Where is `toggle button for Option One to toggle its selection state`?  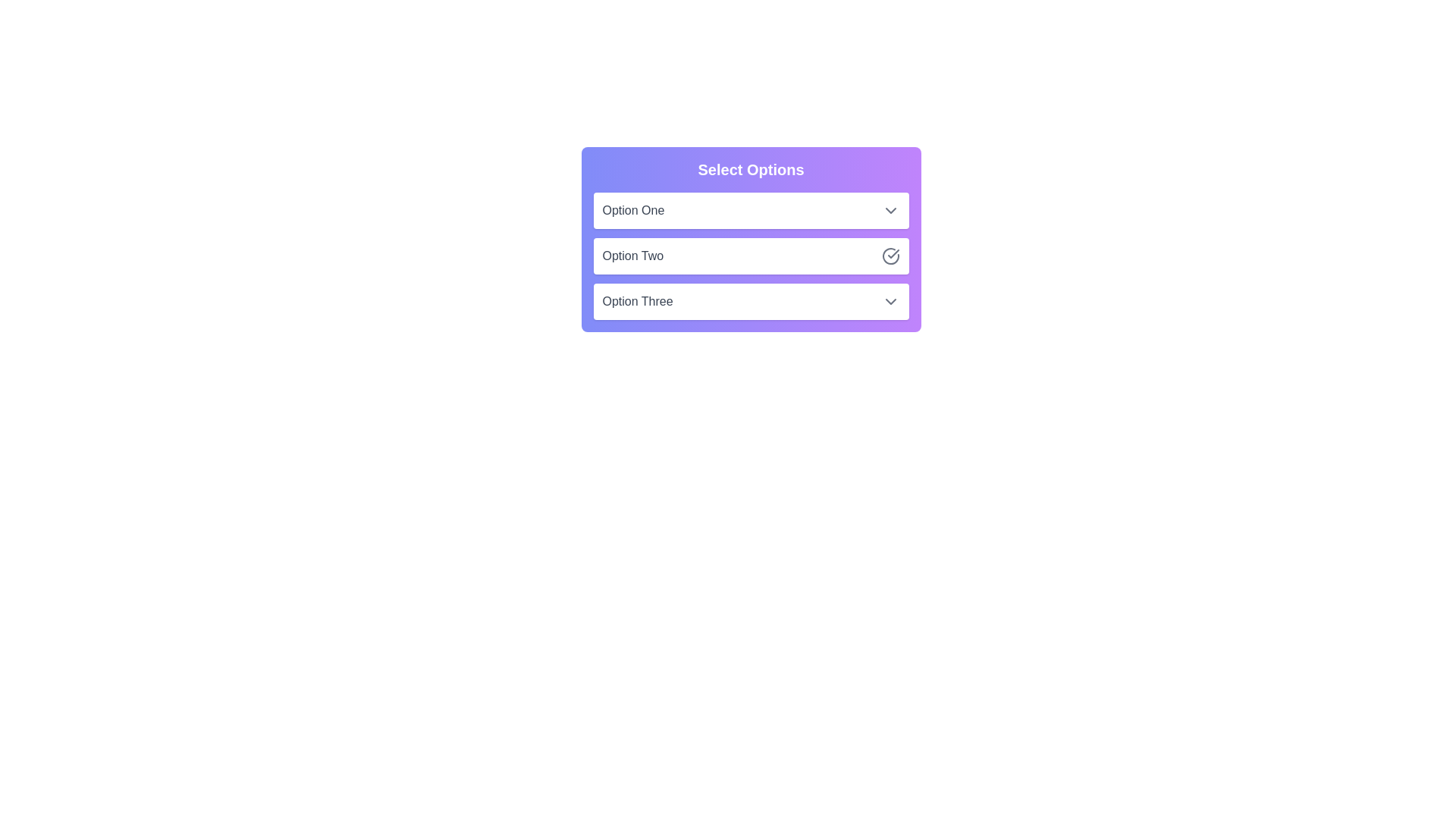 toggle button for Option One to toggle its selection state is located at coordinates (890, 210).